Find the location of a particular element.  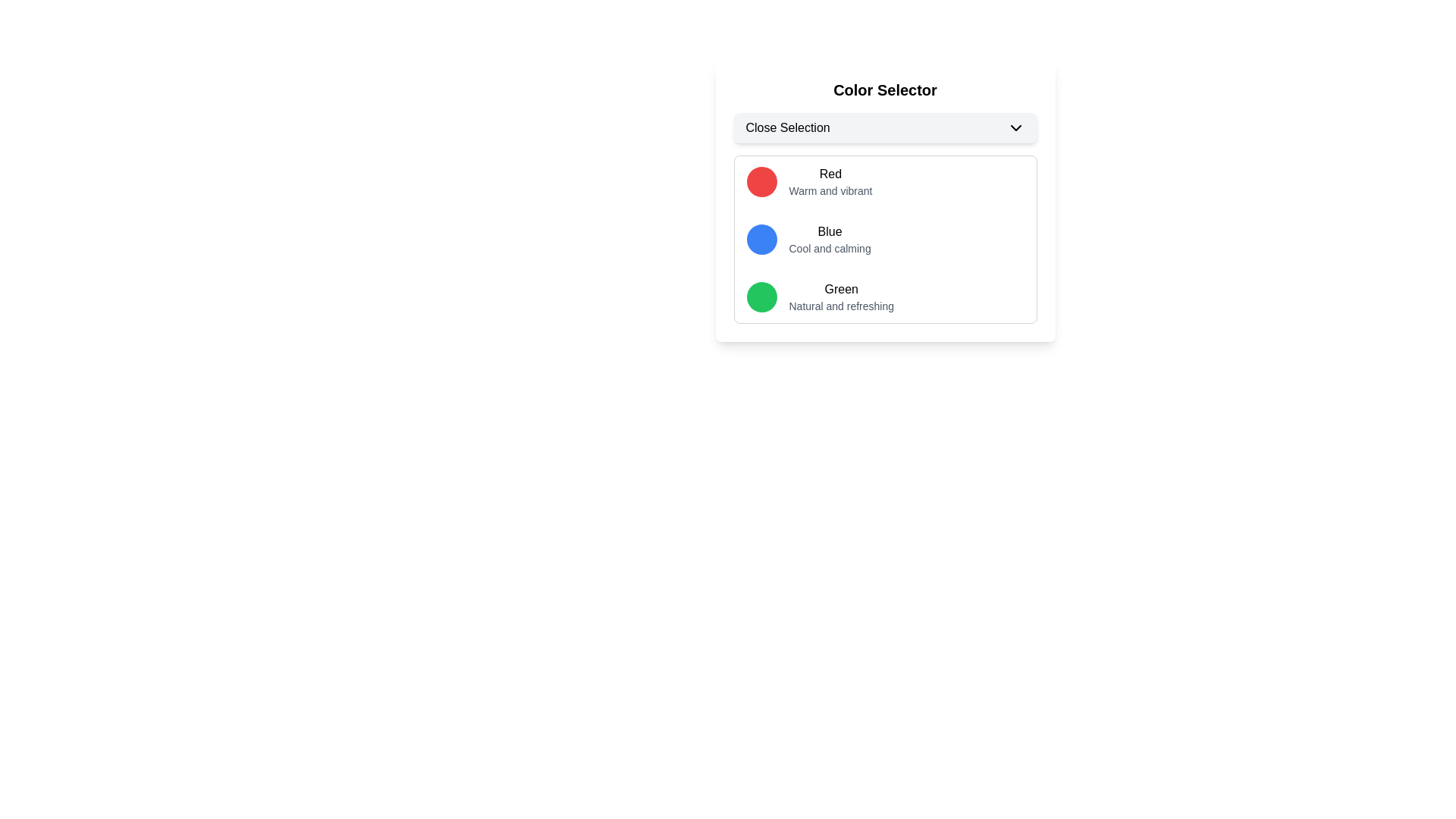

the 'Green' text label in the color selection list is located at coordinates (840, 289).